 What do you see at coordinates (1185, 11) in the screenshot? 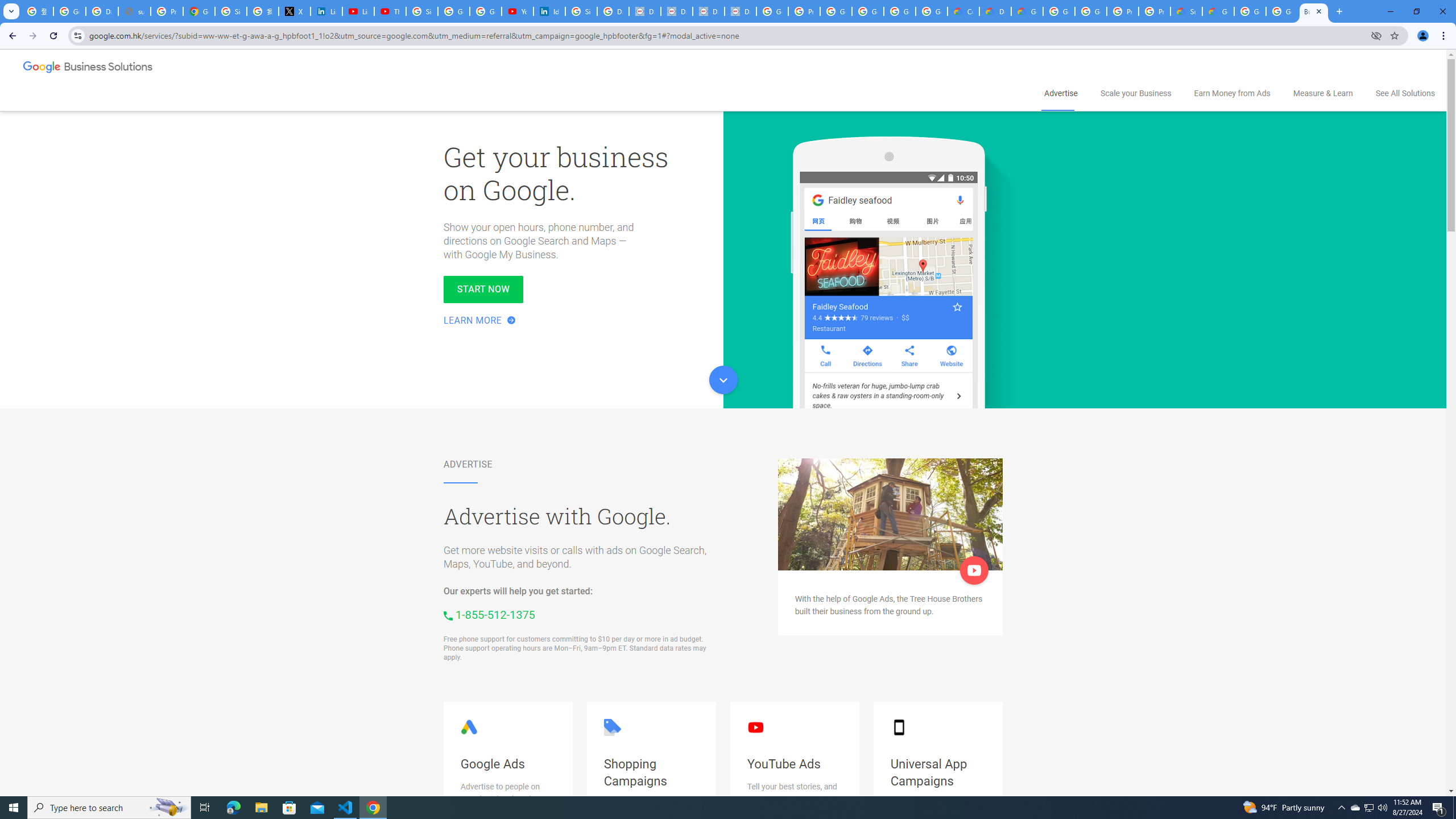
I see `'Support Hub | Google Cloud'` at bounding box center [1185, 11].